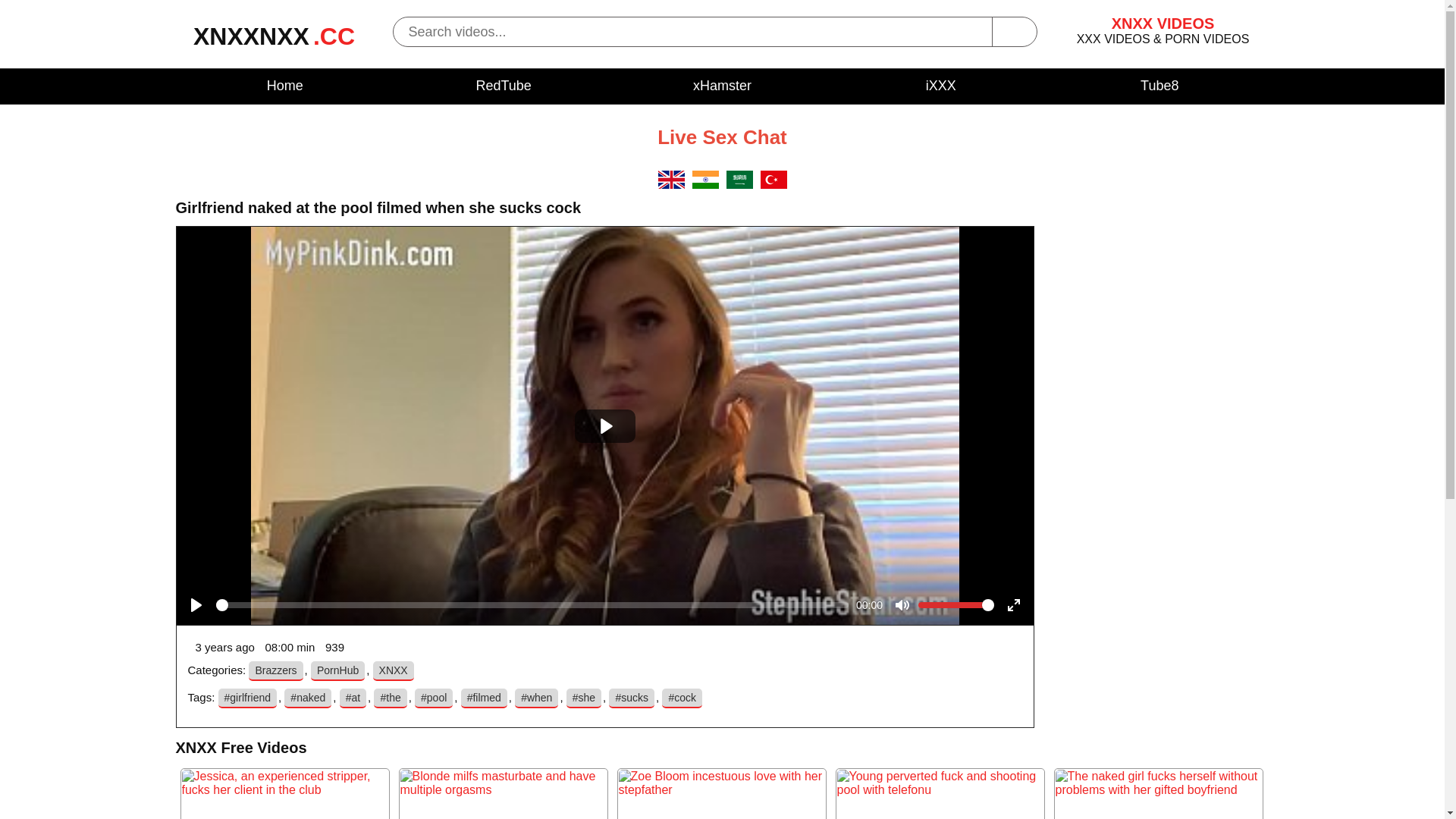  What do you see at coordinates (284, 698) in the screenshot?
I see `'#naked'` at bounding box center [284, 698].